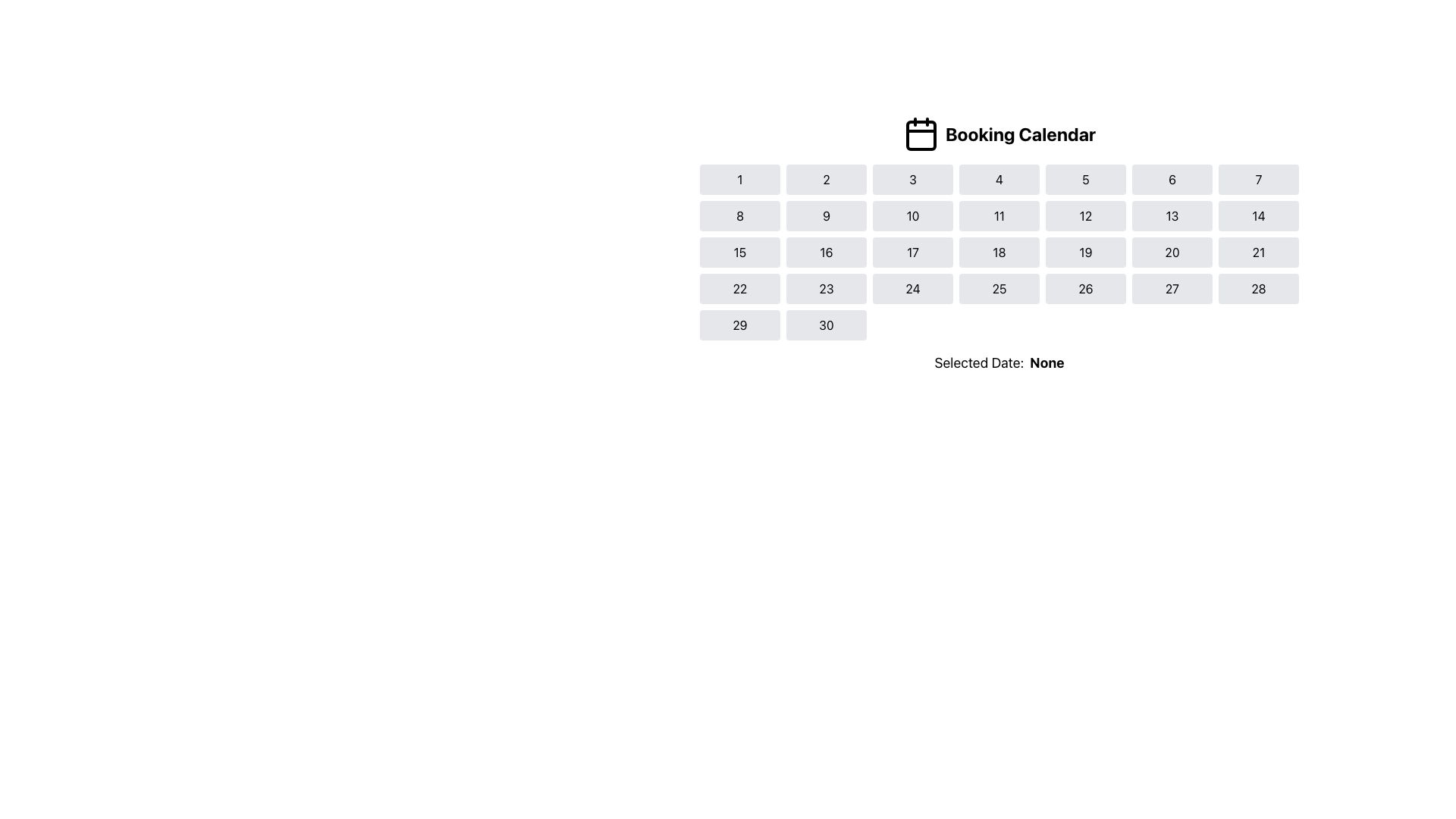 This screenshot has width=1456, height=819. I want to click on the selectable date button in the calendar interface located at the top-left corner of the grid, directly below the 'Booking Calendar' header, so click(739, 178).